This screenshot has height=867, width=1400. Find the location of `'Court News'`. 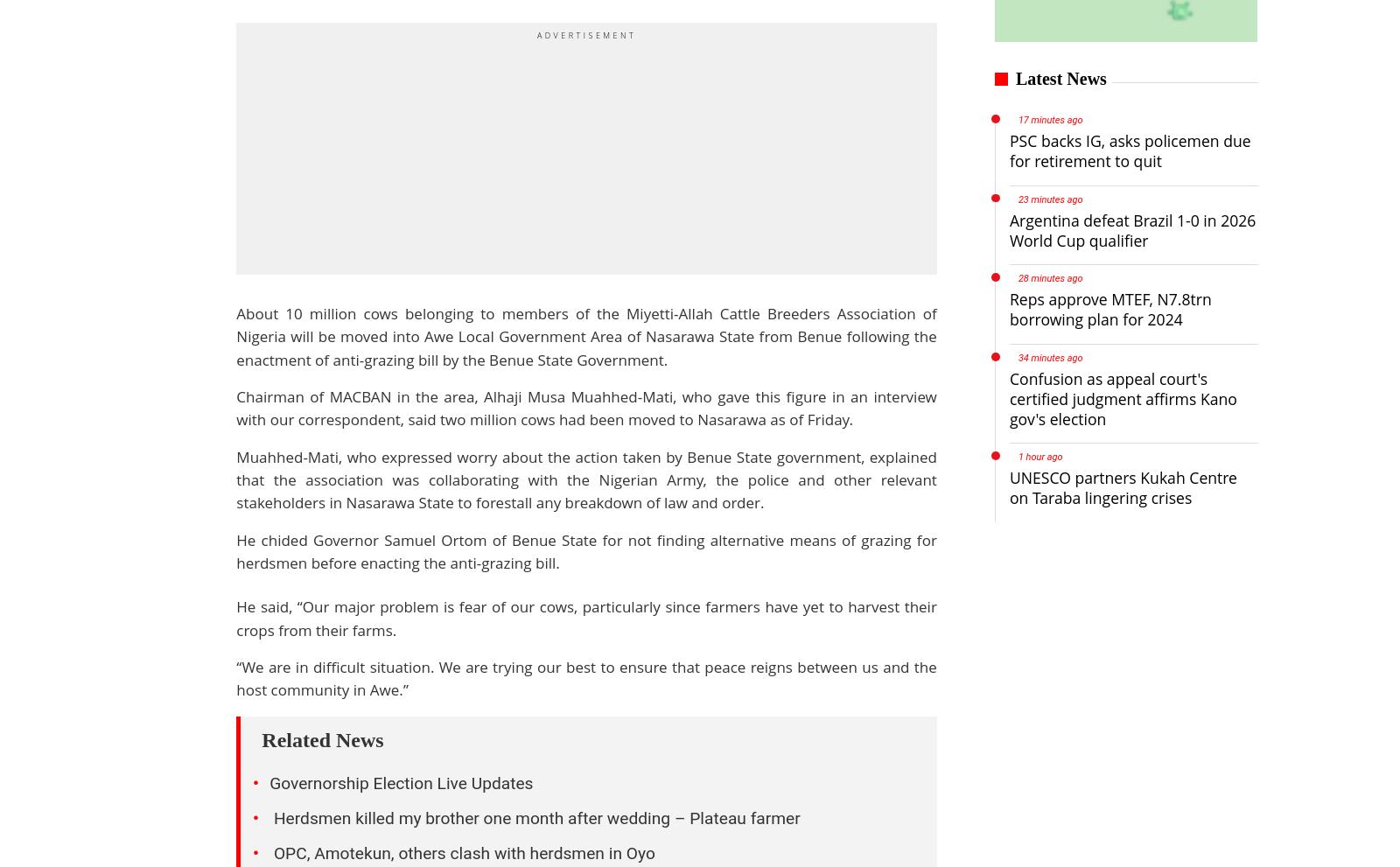

'Court News' is located at coordinates (531, 650).